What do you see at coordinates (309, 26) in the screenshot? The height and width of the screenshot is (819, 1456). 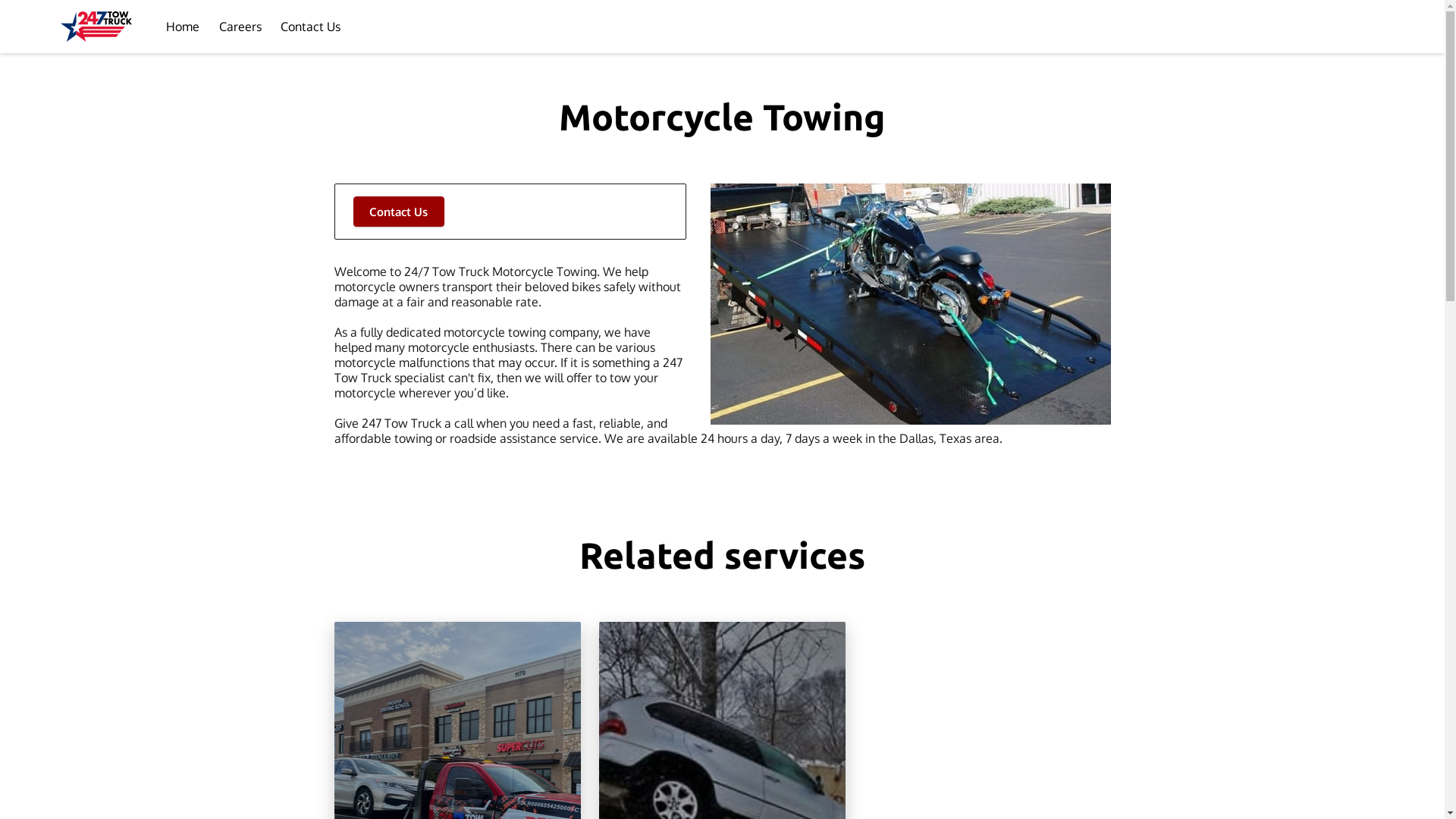 I see `'Contact Us'` at bounding box center [309, 26].